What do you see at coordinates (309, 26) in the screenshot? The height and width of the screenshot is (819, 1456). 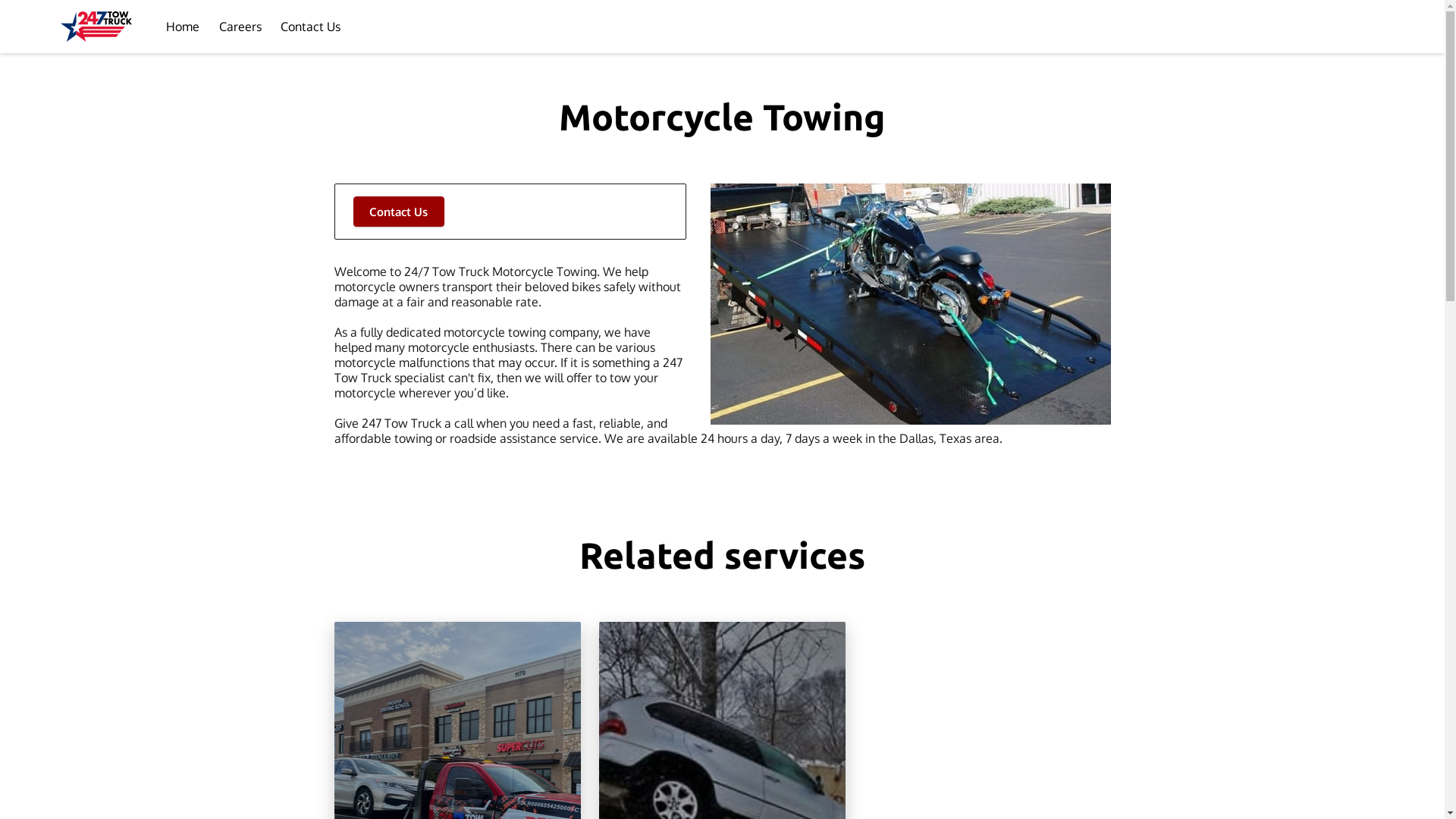 I see `'Contact Us'` at bounding box center [309, 26].